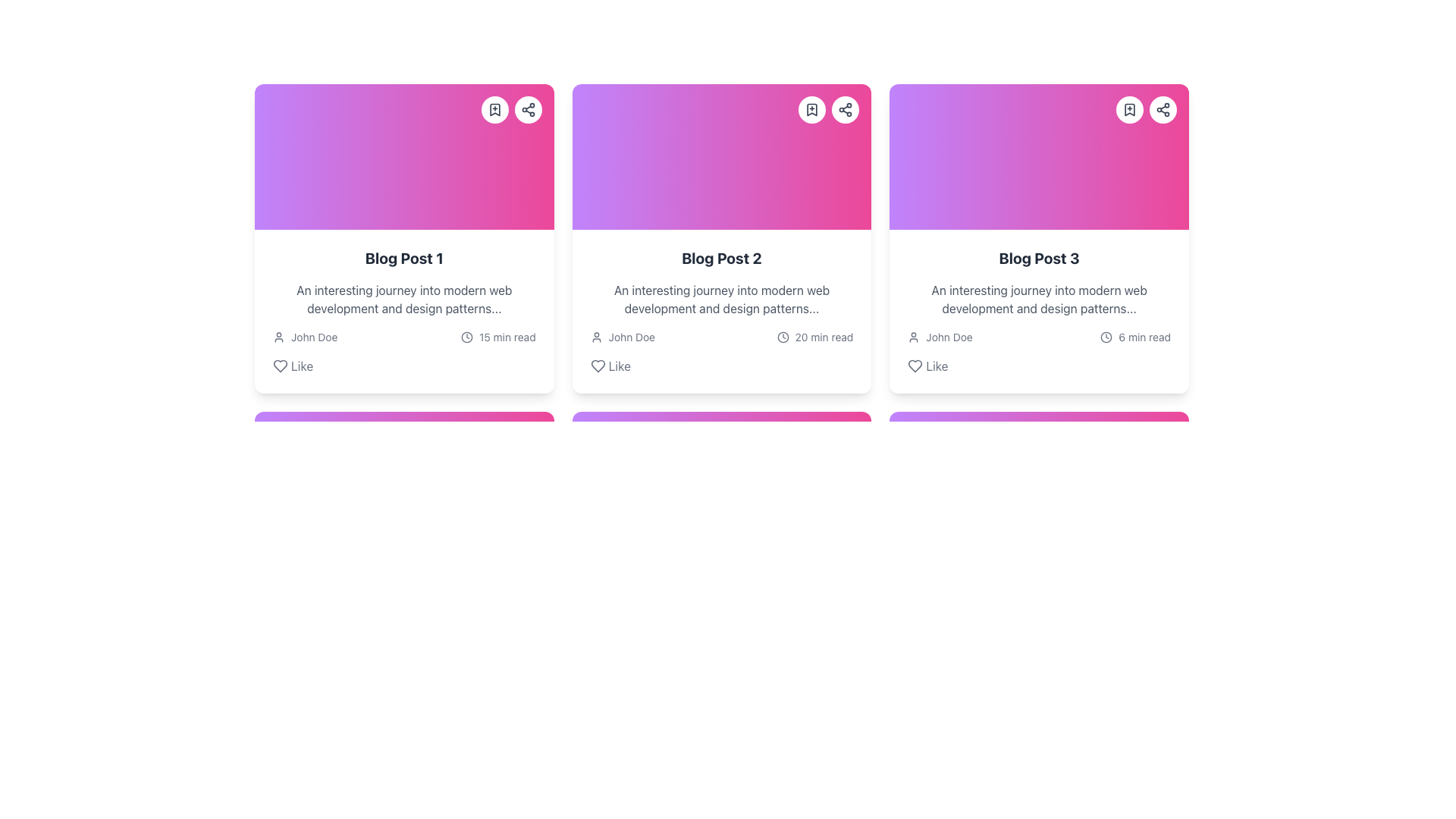 This screenshot has height=819, width=1456. Describe the element at coordinates (814, 336) in the screenshot. I see `the Informational Label located at the bottom section of the second card in a row of three, adjacent to the 'John Doe' text` at that location.